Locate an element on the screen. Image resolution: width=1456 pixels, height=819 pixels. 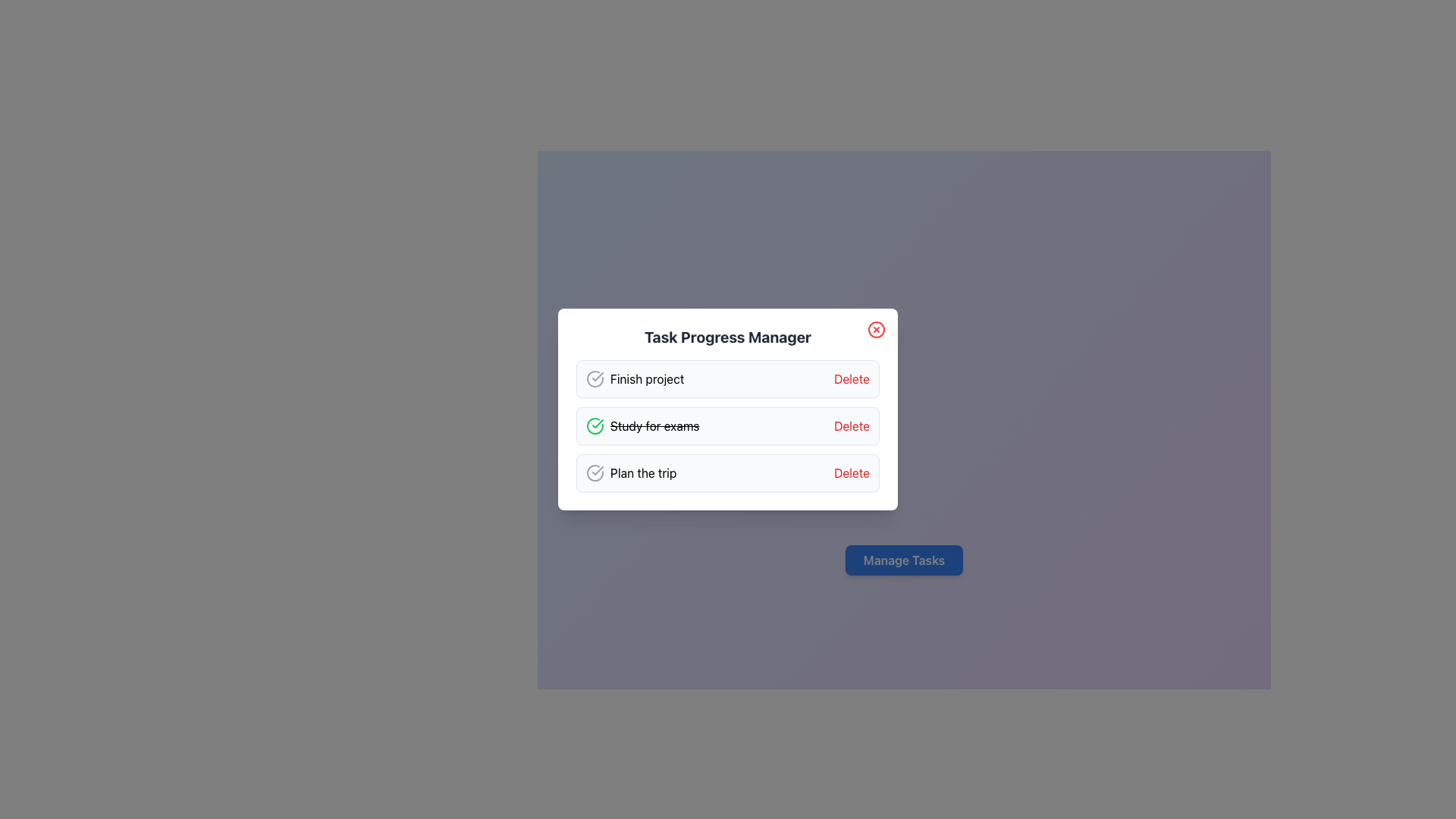
text label that says 'Study for exams', which is styled with a line-through effect and is the second item in the task list of the 'Task Progress Manager' dialog box is located at coordinates (654, 426).